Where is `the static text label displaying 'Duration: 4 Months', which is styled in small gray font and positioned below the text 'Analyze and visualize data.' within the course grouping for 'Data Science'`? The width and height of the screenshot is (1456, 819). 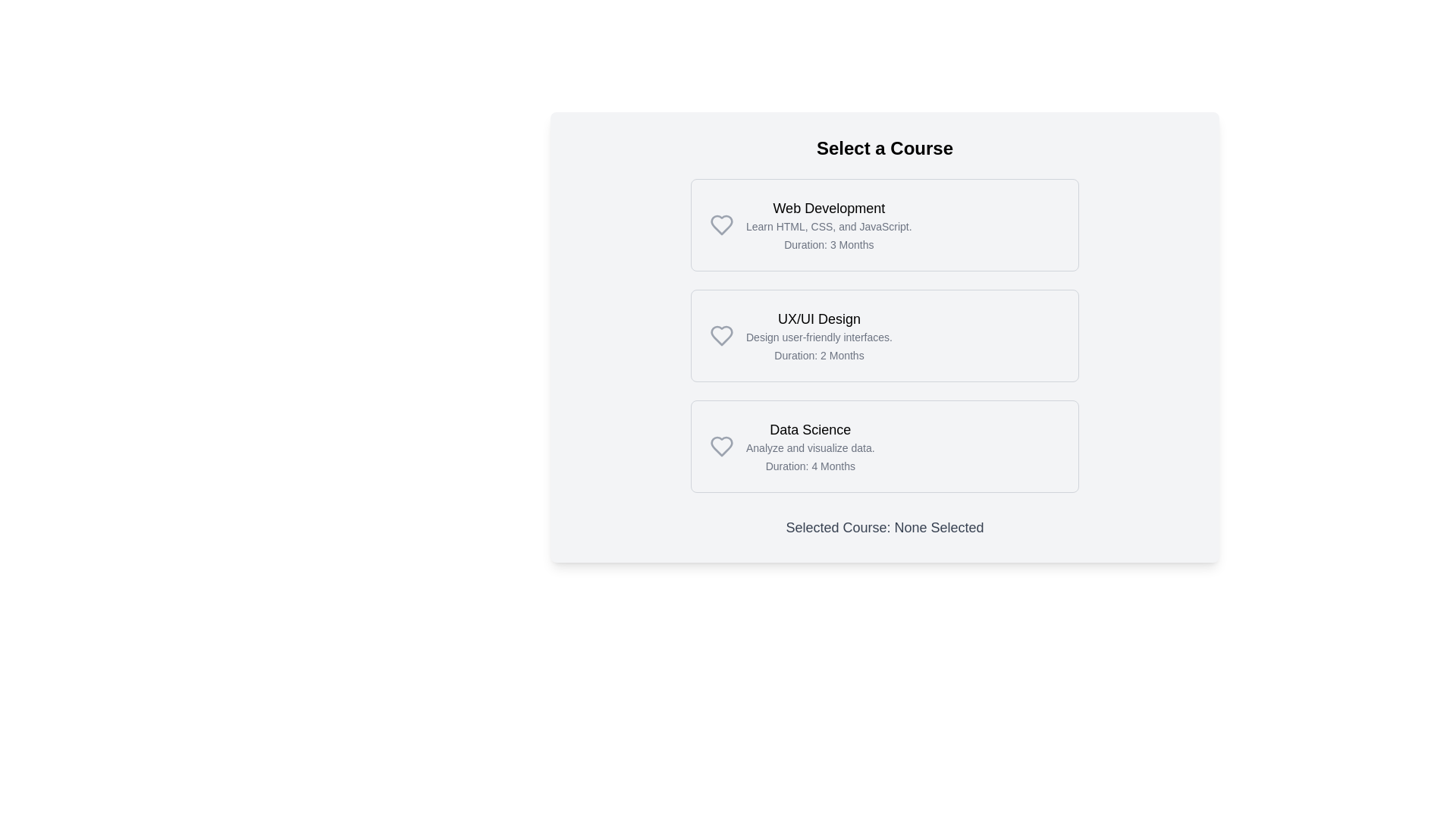 the static text label displaying 'Duration: 4 Months', which is styled in small gray font and positioned below the text 'Analyze and visualize data.' within the course grouping for 'Data Science' is located at coordinates (809, 465).